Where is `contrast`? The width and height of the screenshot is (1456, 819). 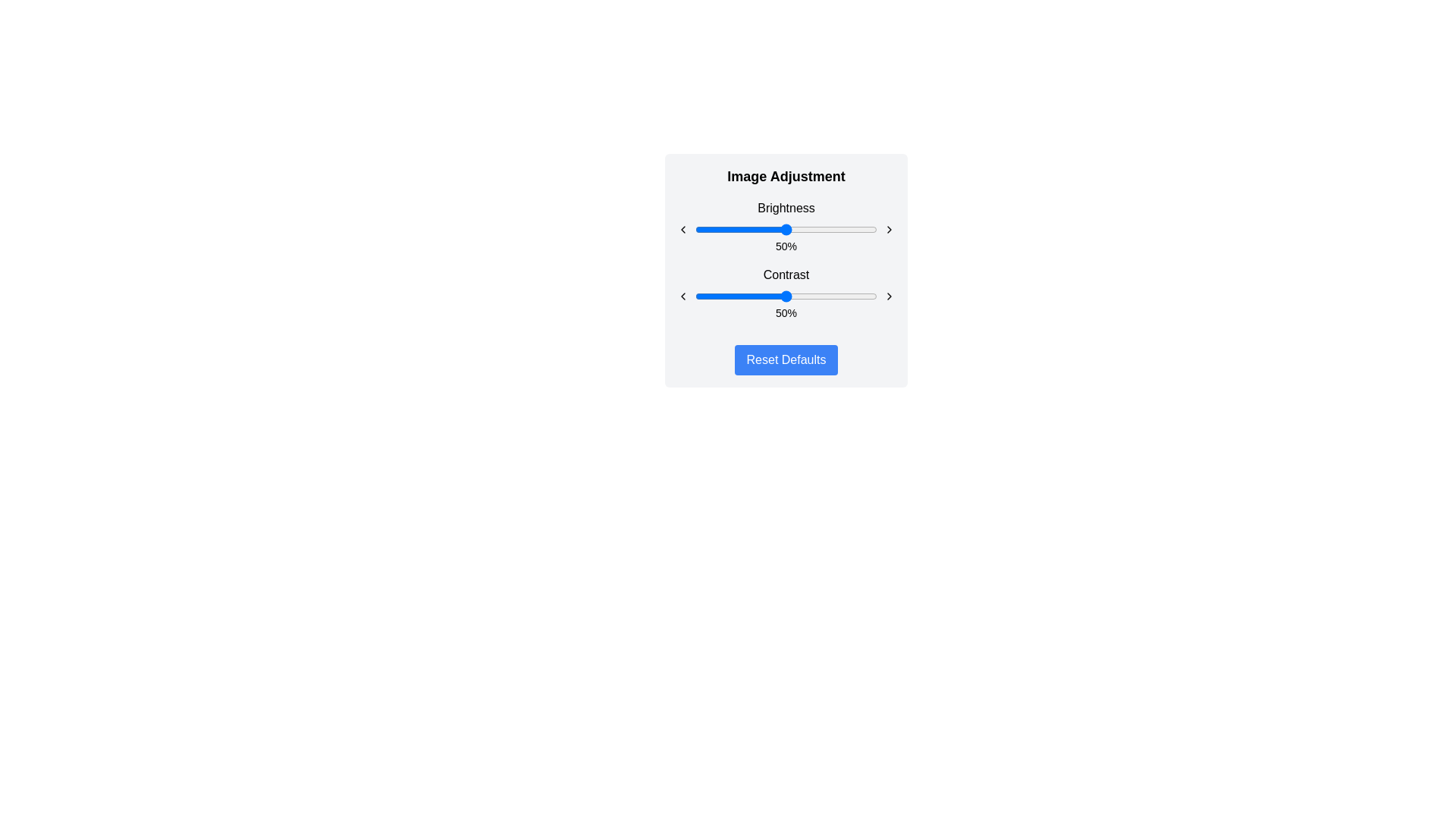
contrast is located at coordinates (798, 296).